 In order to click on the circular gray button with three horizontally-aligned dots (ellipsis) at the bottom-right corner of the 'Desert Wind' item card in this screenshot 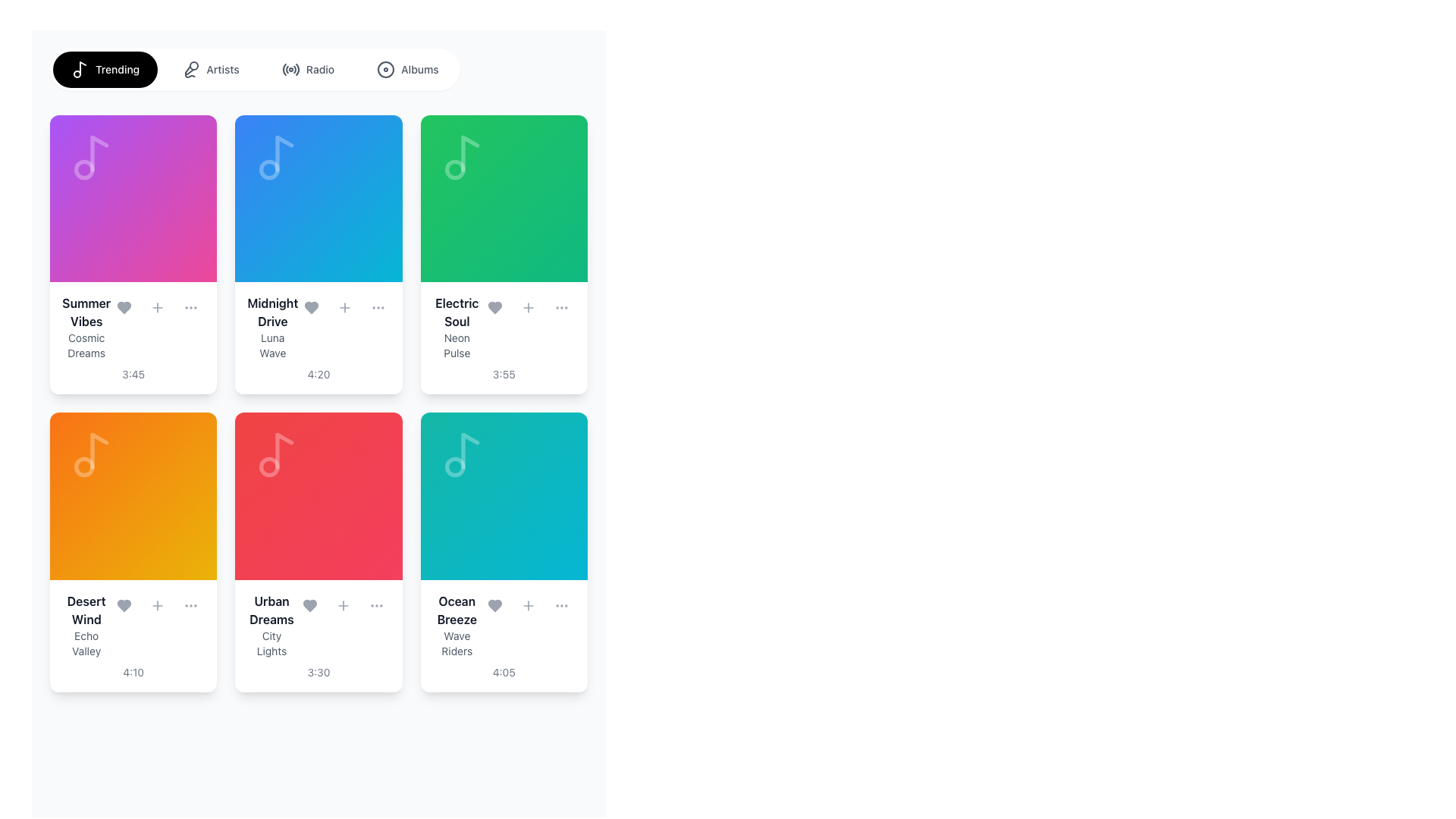, I will do `click(190, 604)`.